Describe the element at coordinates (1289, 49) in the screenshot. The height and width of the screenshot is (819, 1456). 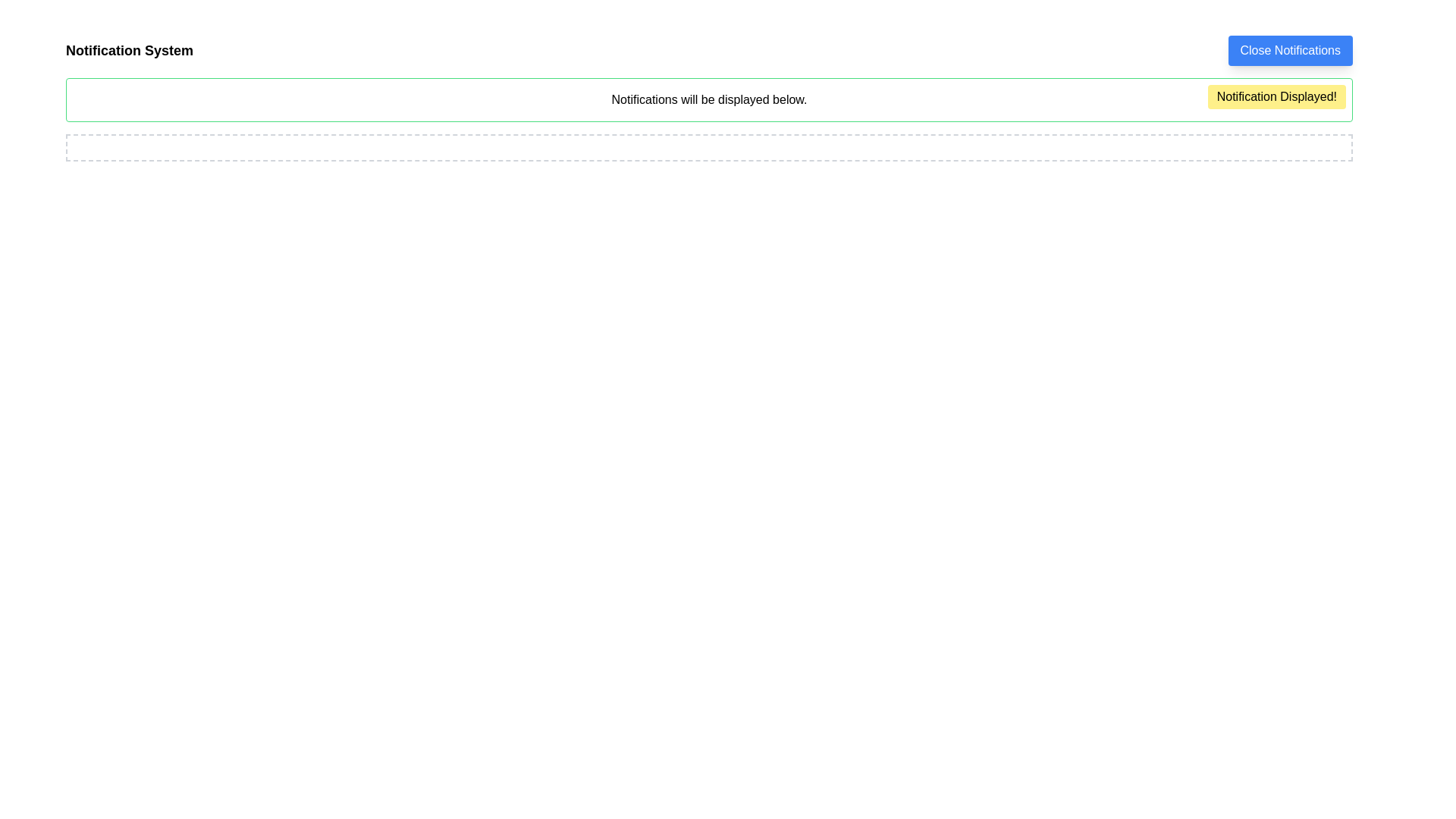
I see `the close button located in the top-right corner of the notification panel to observe its hover effect` at that location.